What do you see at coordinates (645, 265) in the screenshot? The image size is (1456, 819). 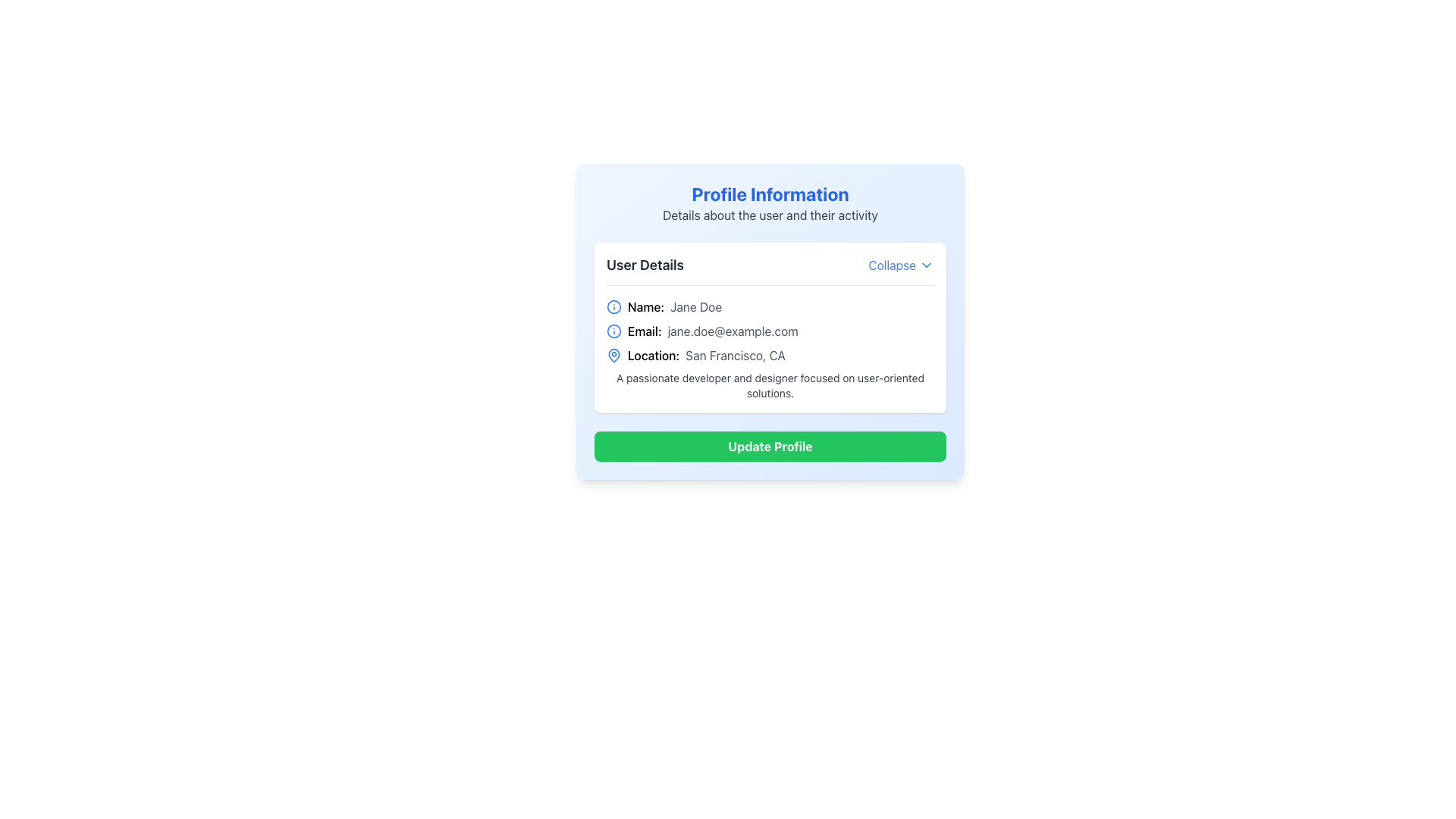 I see `the text label located at the top-left corner of the header section of the card, which provides context to the user-related information below it` at bounding box center [645, 265].